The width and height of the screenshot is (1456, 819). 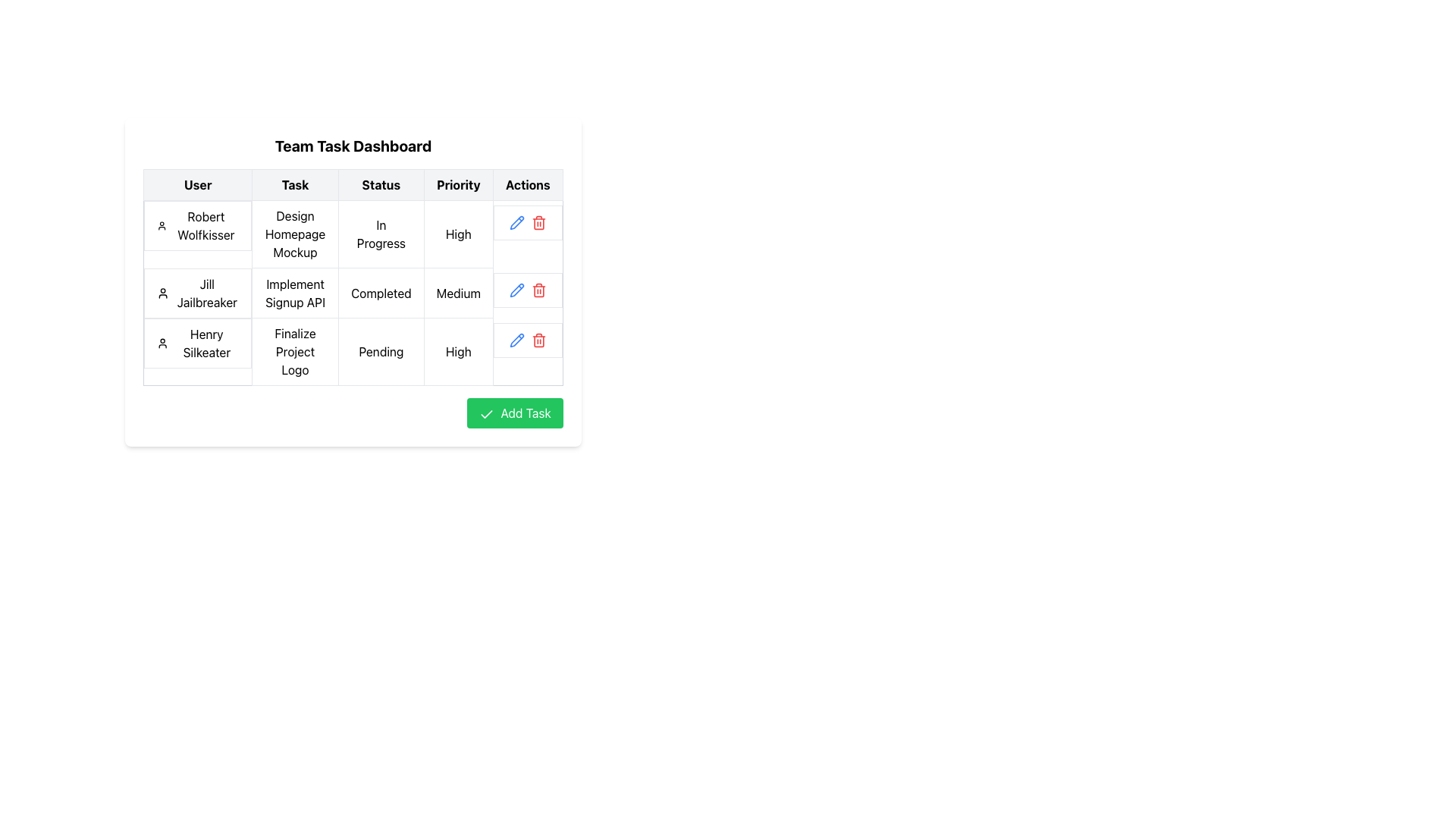 What do you see at coordinates (538, 222) in the screenshot?
I see `the delete button icon in the 'Actions' column of the second row in the task management interface` at bounding box center [538, 222].